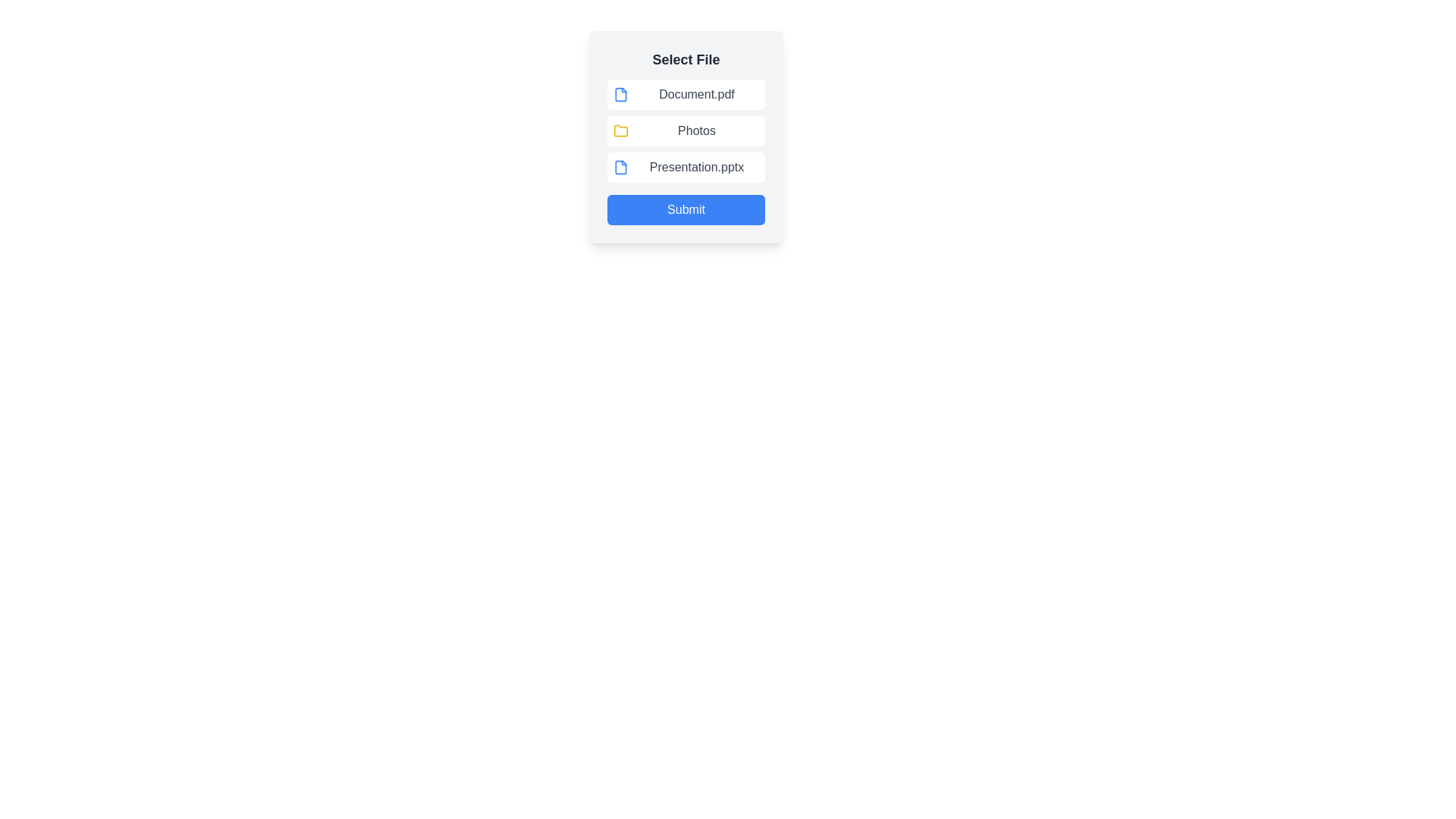 This screenshot has width=1456, height=819. I want to click on the yellow folder icon, which is an SVG graphic located to the left of the 'Photos' text in the second row of the file selection list, so click(621, 130).